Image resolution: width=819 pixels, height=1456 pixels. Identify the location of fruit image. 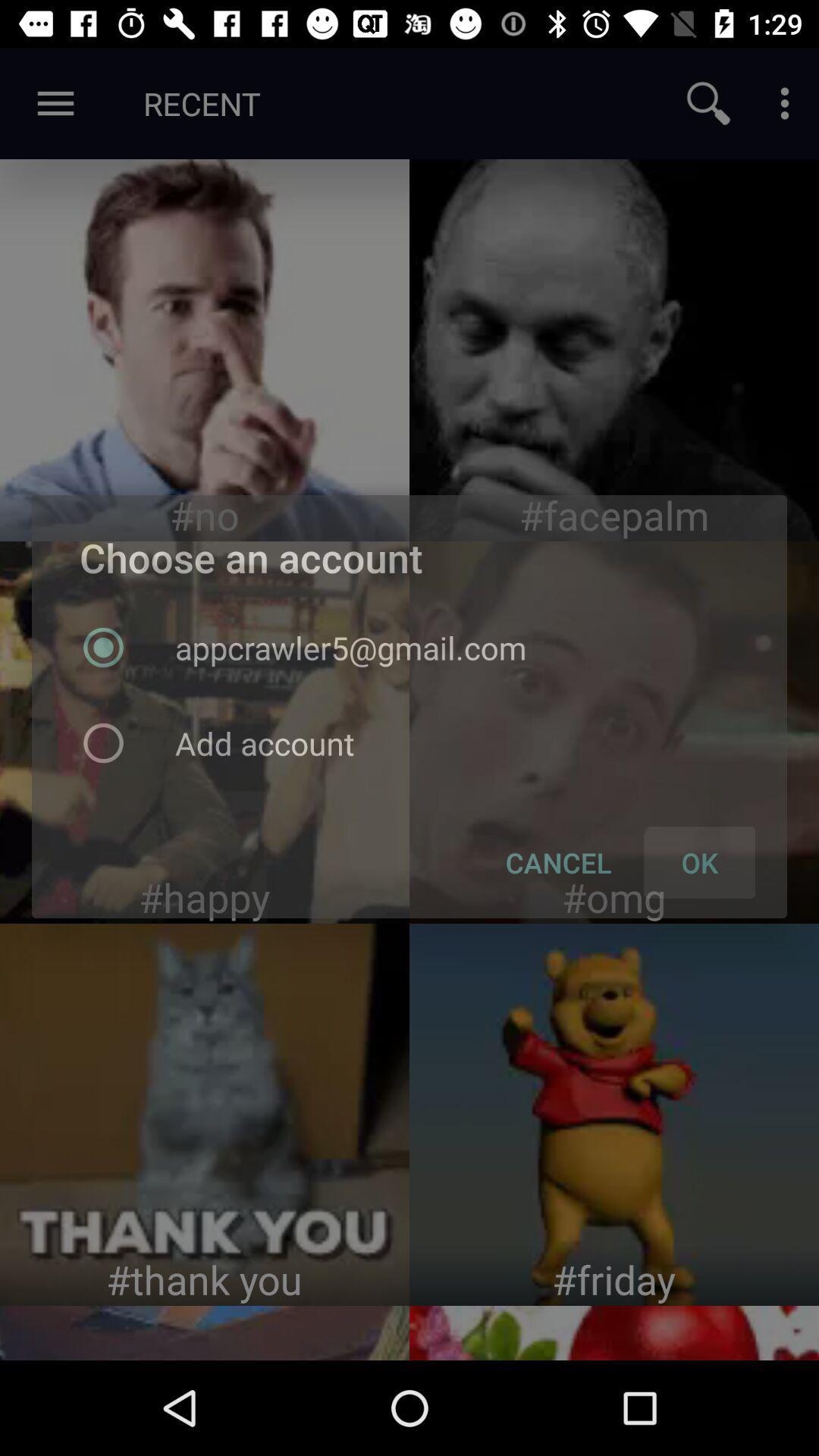
(614, 1332).